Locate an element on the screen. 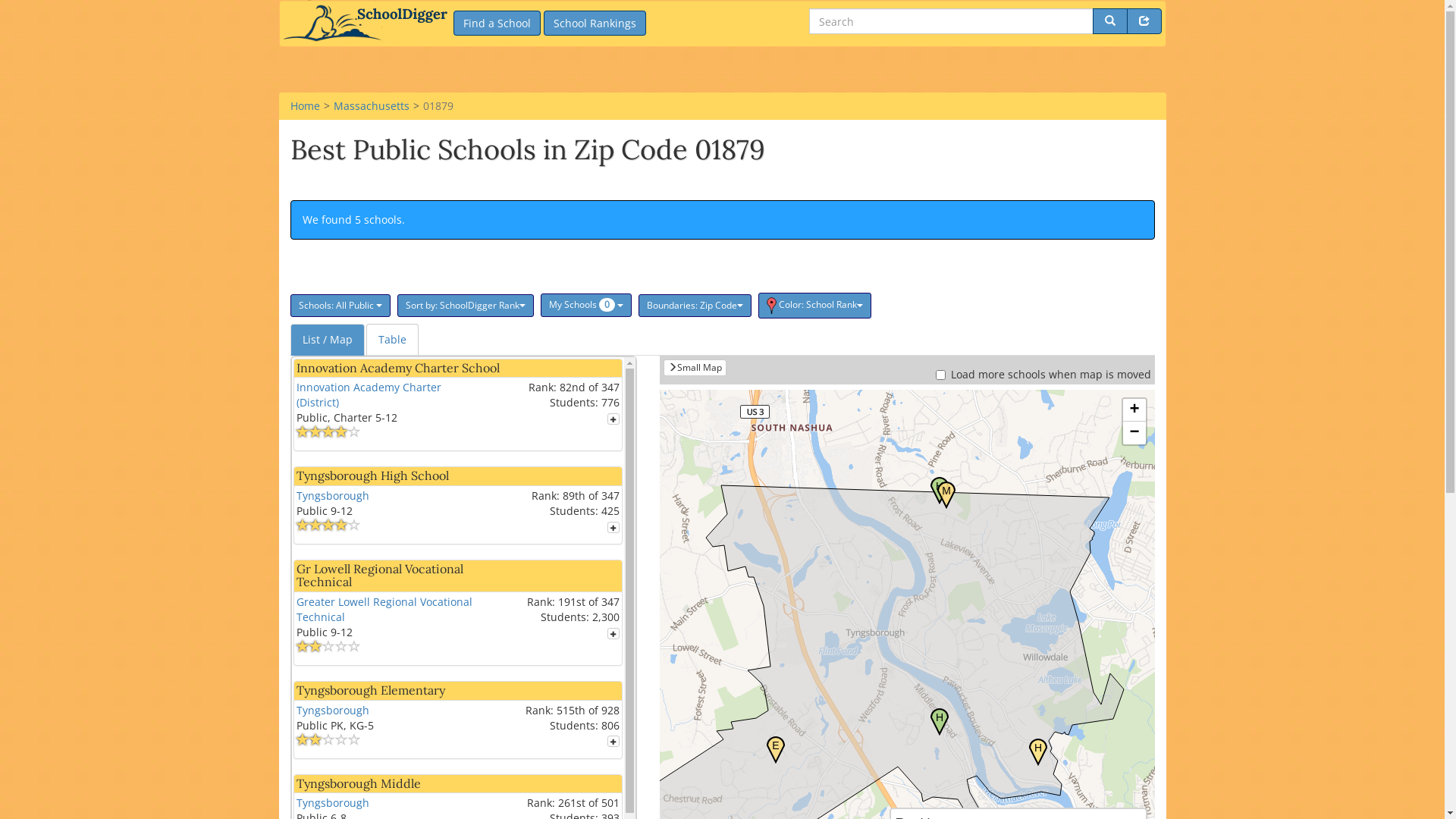  'Tyngsborough Elementary' is located at coordinates (370, 690).